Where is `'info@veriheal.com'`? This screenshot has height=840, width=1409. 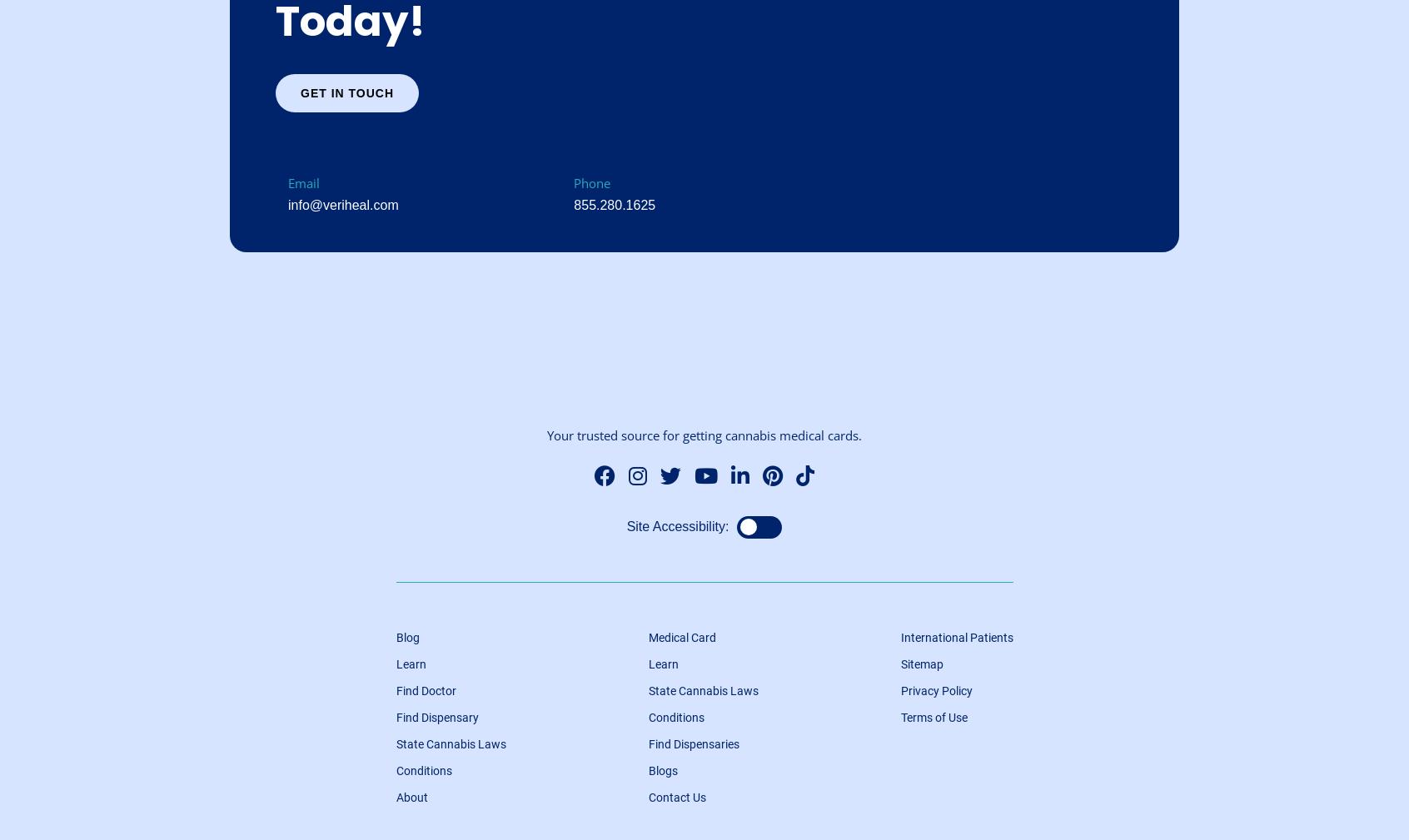
'info@veriheal.com' is located at coordinates (343, 204).